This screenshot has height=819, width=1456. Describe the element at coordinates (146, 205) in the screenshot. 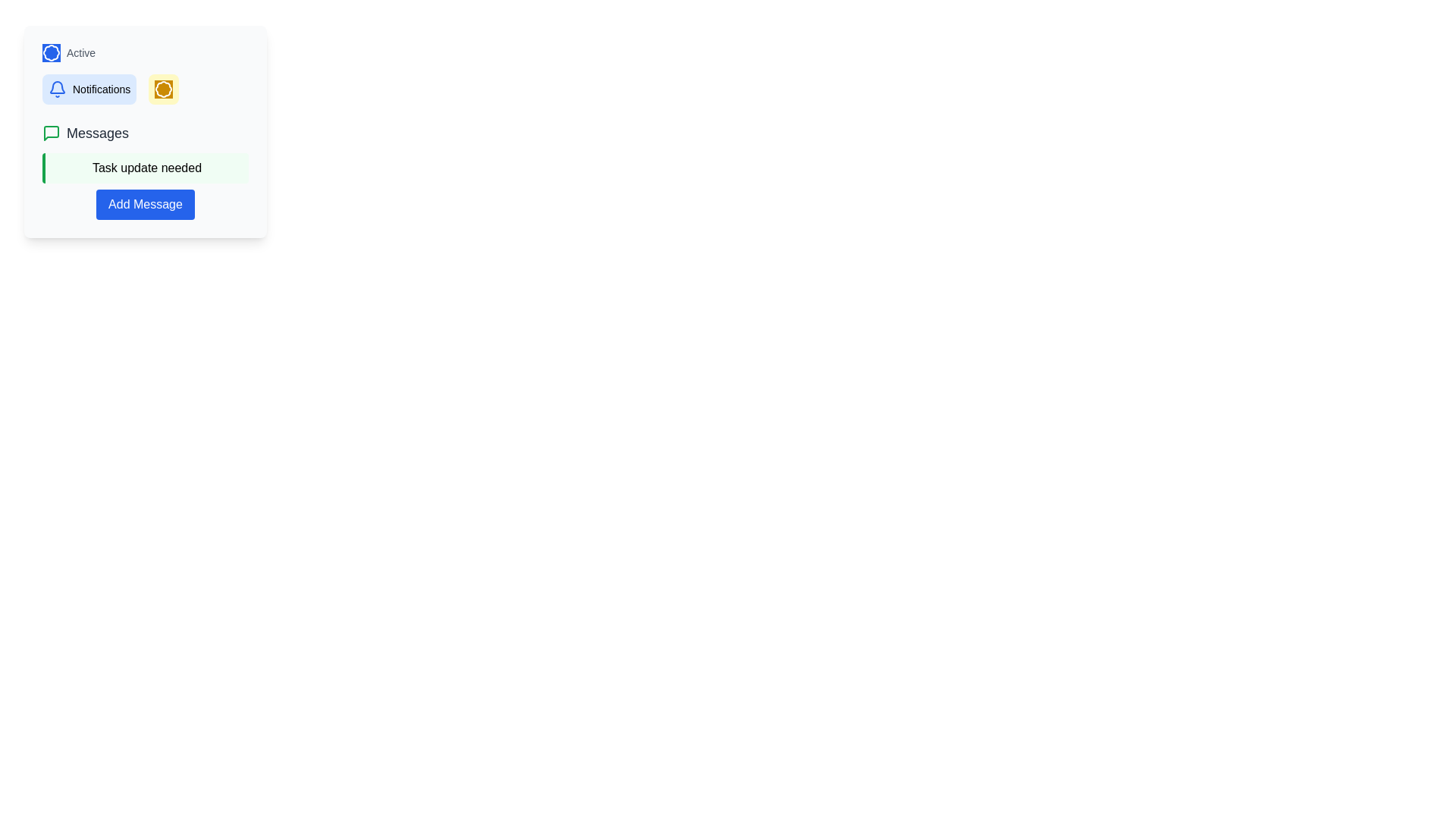

I see `the blue 'Add Message' button with white text that is located below the 'Task update needed' text in the Messages section to initiate the 'Add Message' function` at that location.